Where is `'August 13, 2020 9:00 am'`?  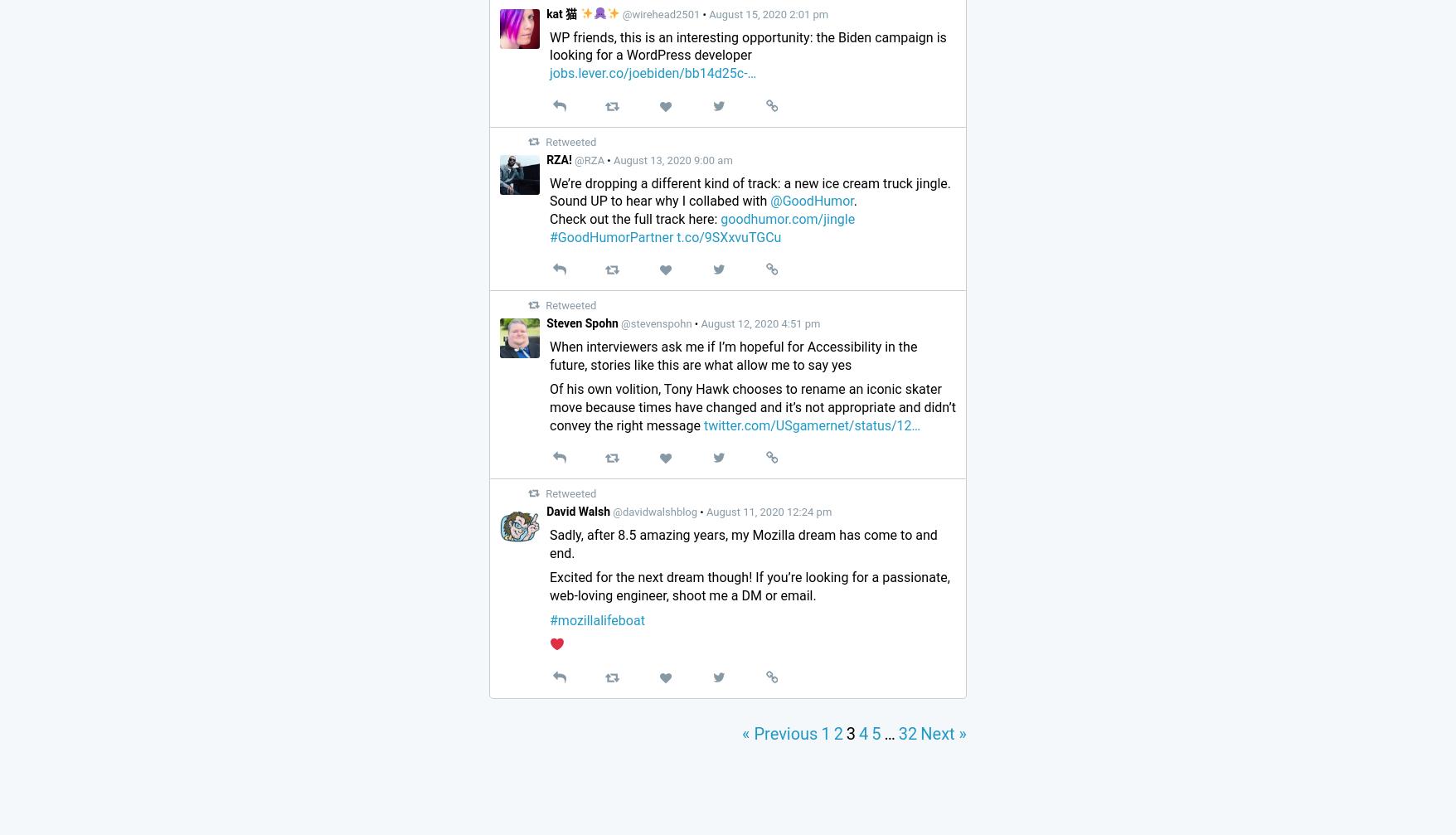
'August 13, 2020 9:00 am' is located at coordinates (671, 159).